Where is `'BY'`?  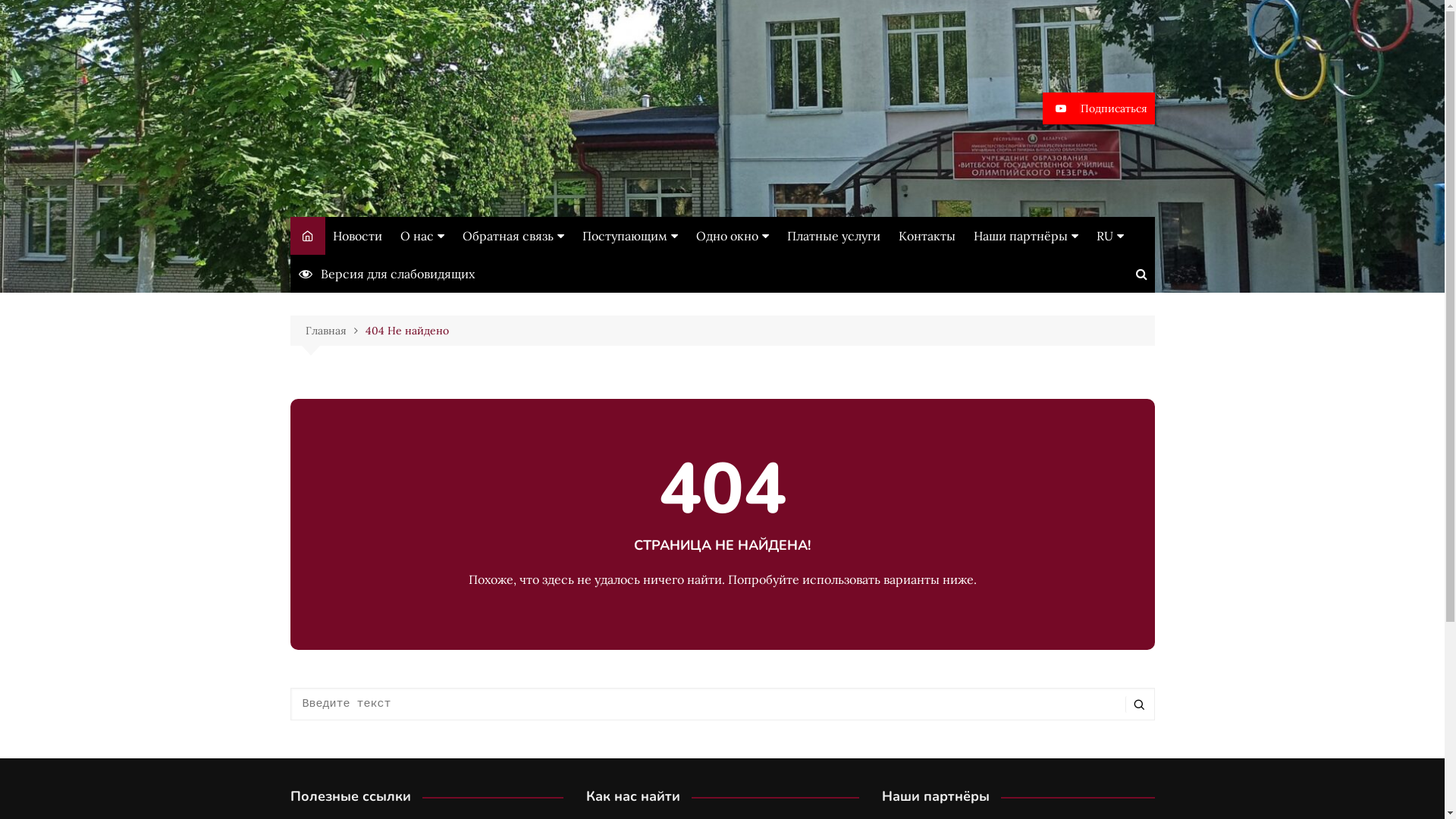
'BY' is located at coordinates (1171, 294).